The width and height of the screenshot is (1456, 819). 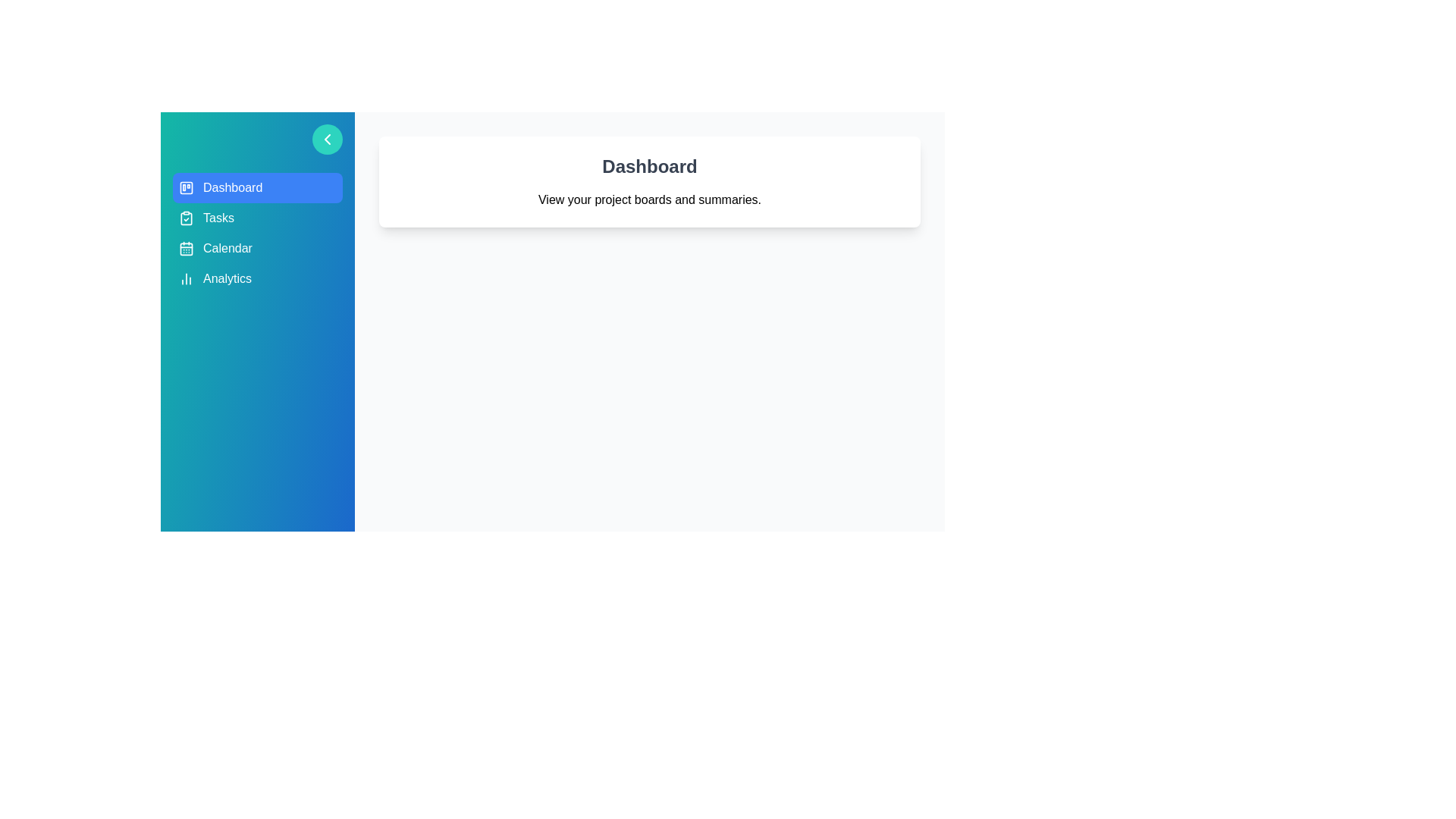 I want to click on the 'Analytics' text label in the vertical navigation menu, so click(x=227, y=278).